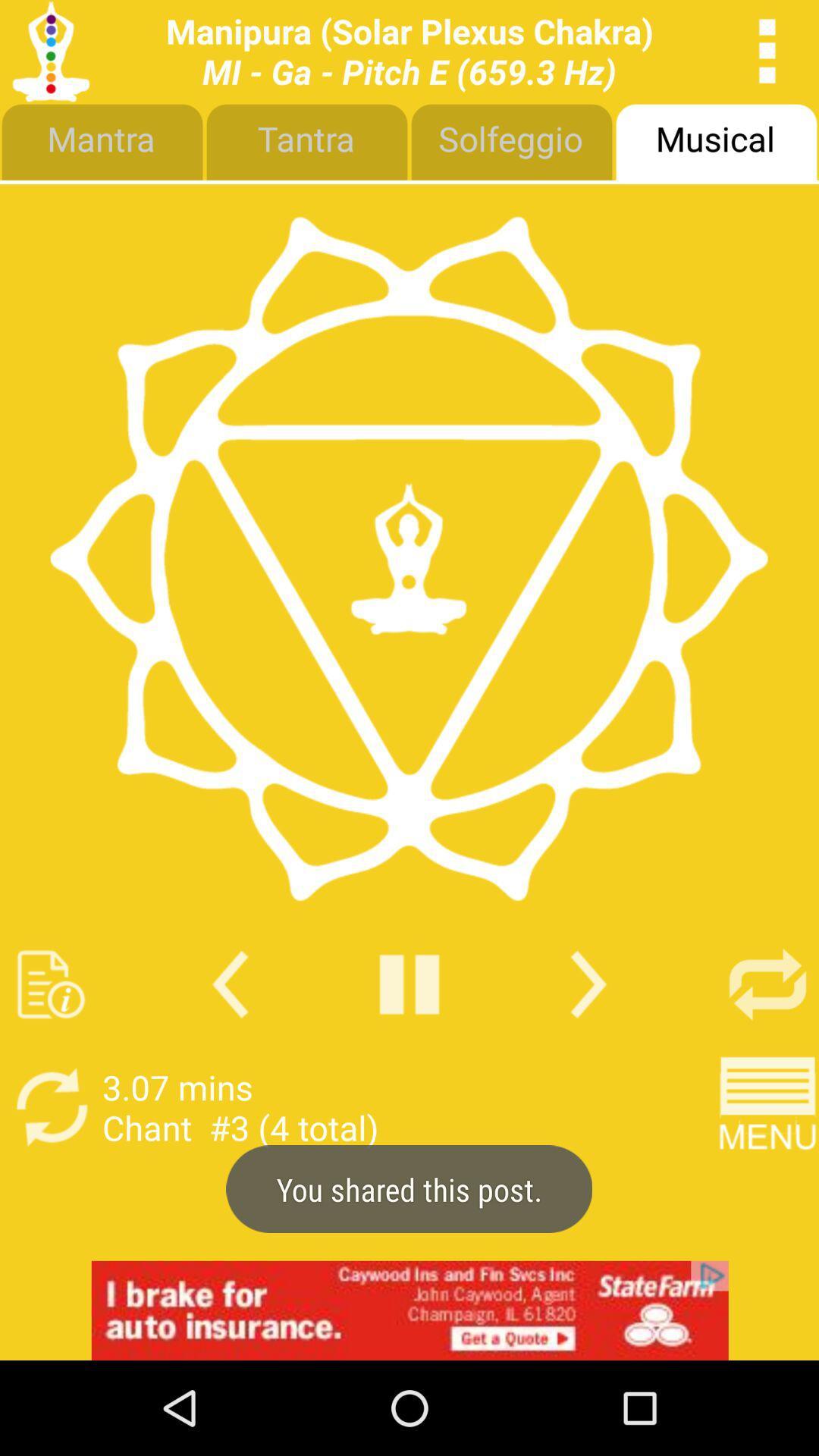 The width and height of the screenshot is (819, 1456). What do you see at coordinates (588, 984) in the screenshot?
I see `go next` at bounding box center [588, 984].